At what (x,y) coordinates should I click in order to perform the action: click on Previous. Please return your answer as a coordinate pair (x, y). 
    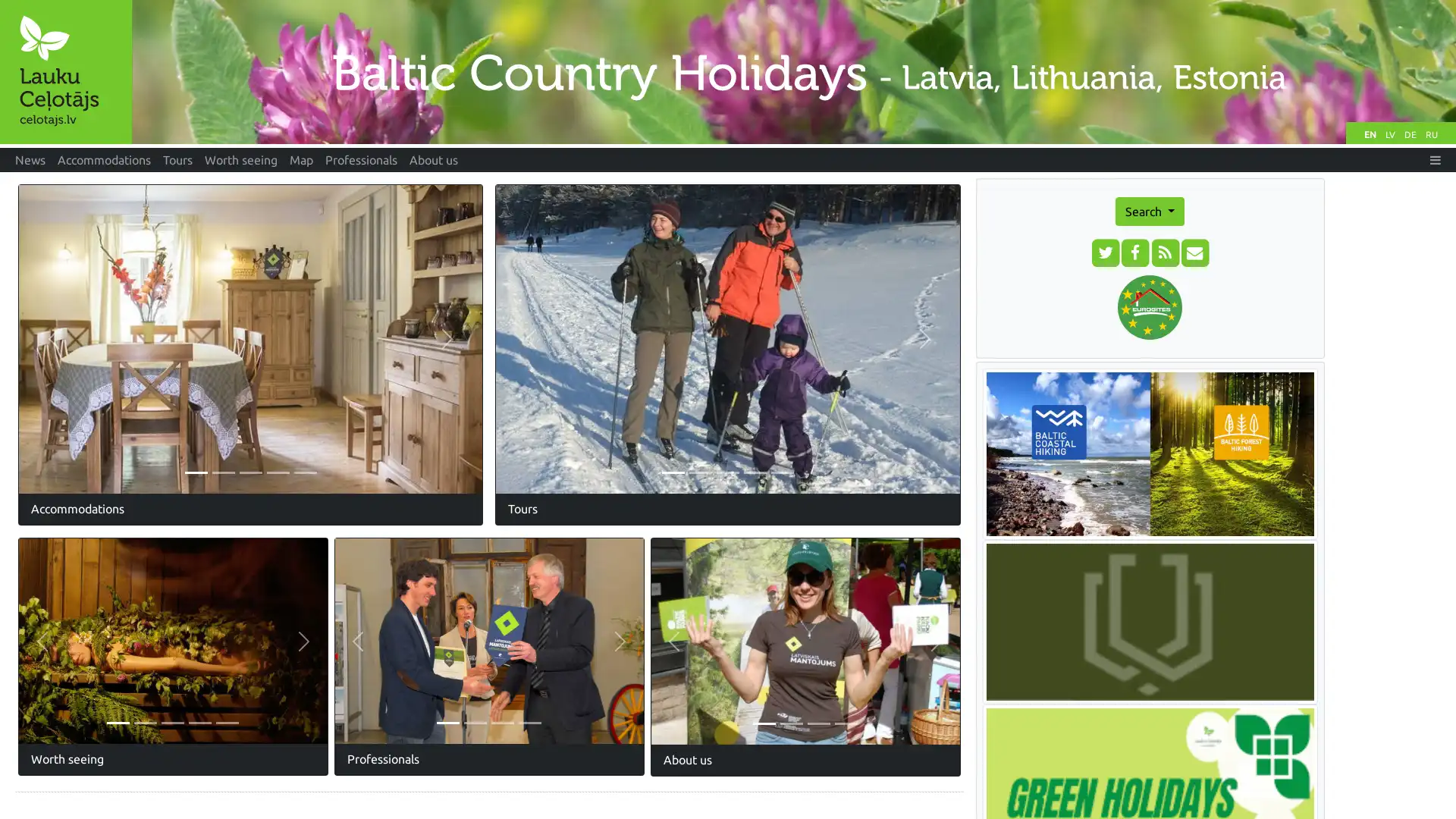
    Looking at the image, I should click on (673, 641).